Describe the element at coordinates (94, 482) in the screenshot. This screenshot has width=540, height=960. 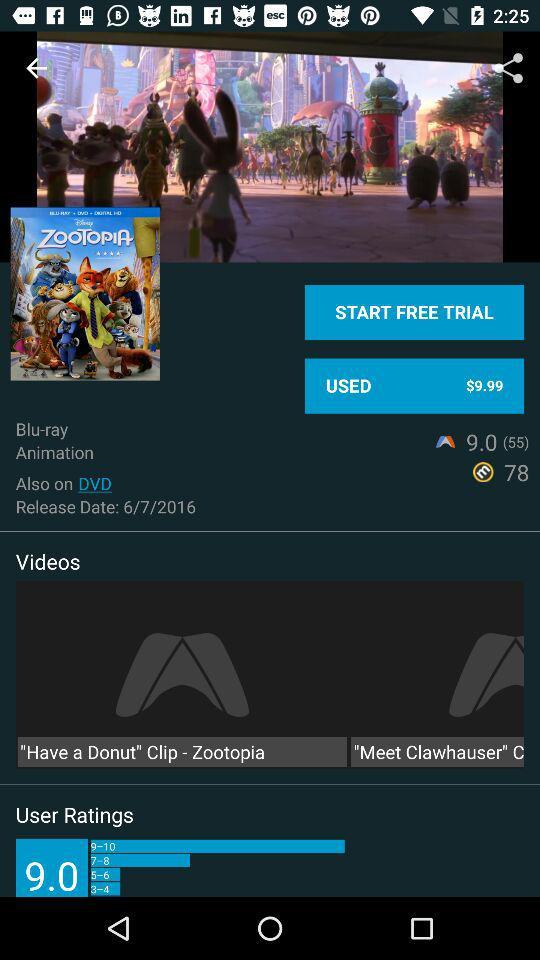
I see `item below animation` at that location.